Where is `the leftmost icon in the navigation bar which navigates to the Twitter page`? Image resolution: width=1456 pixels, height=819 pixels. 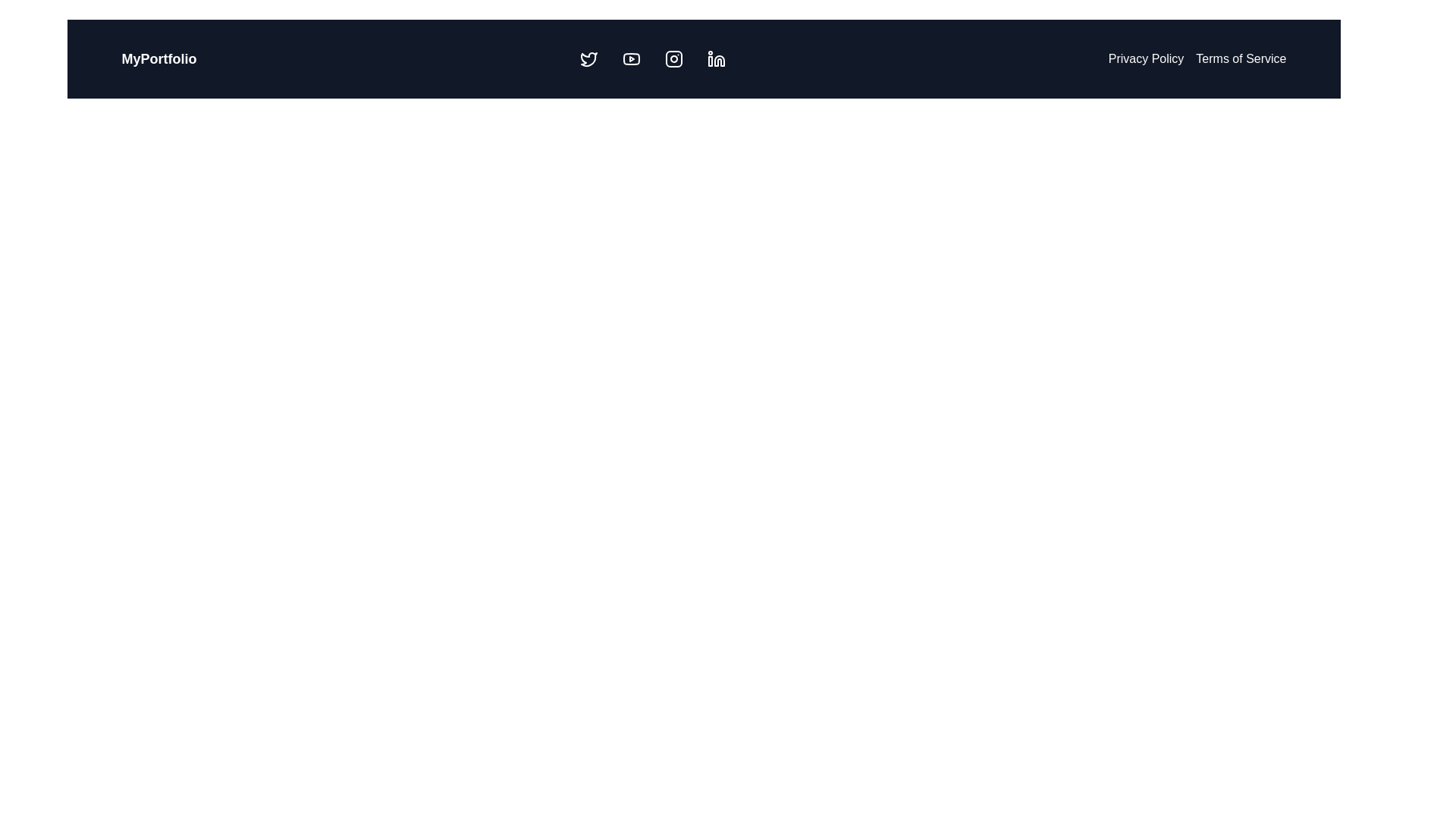 the leftmost icon in the navigation bar which navigates to the Twitter page is located at coordinates (588, 58).